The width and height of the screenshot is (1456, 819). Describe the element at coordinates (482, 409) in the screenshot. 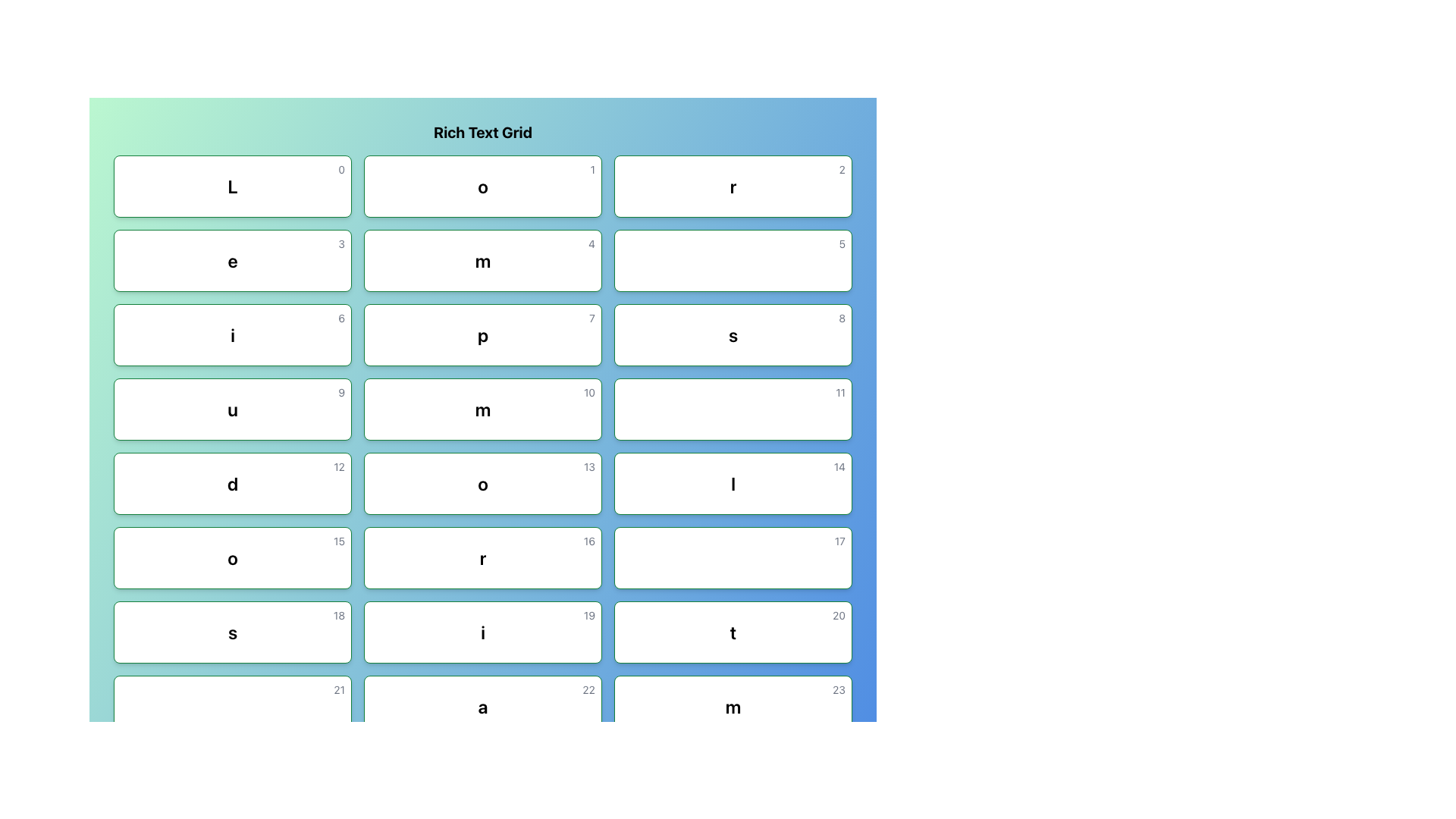

I see `the white rectangular card with a bold black 'm' and a smaller gray '10' in the top-right corner located in the fifth row and second column of the grid` at that location.